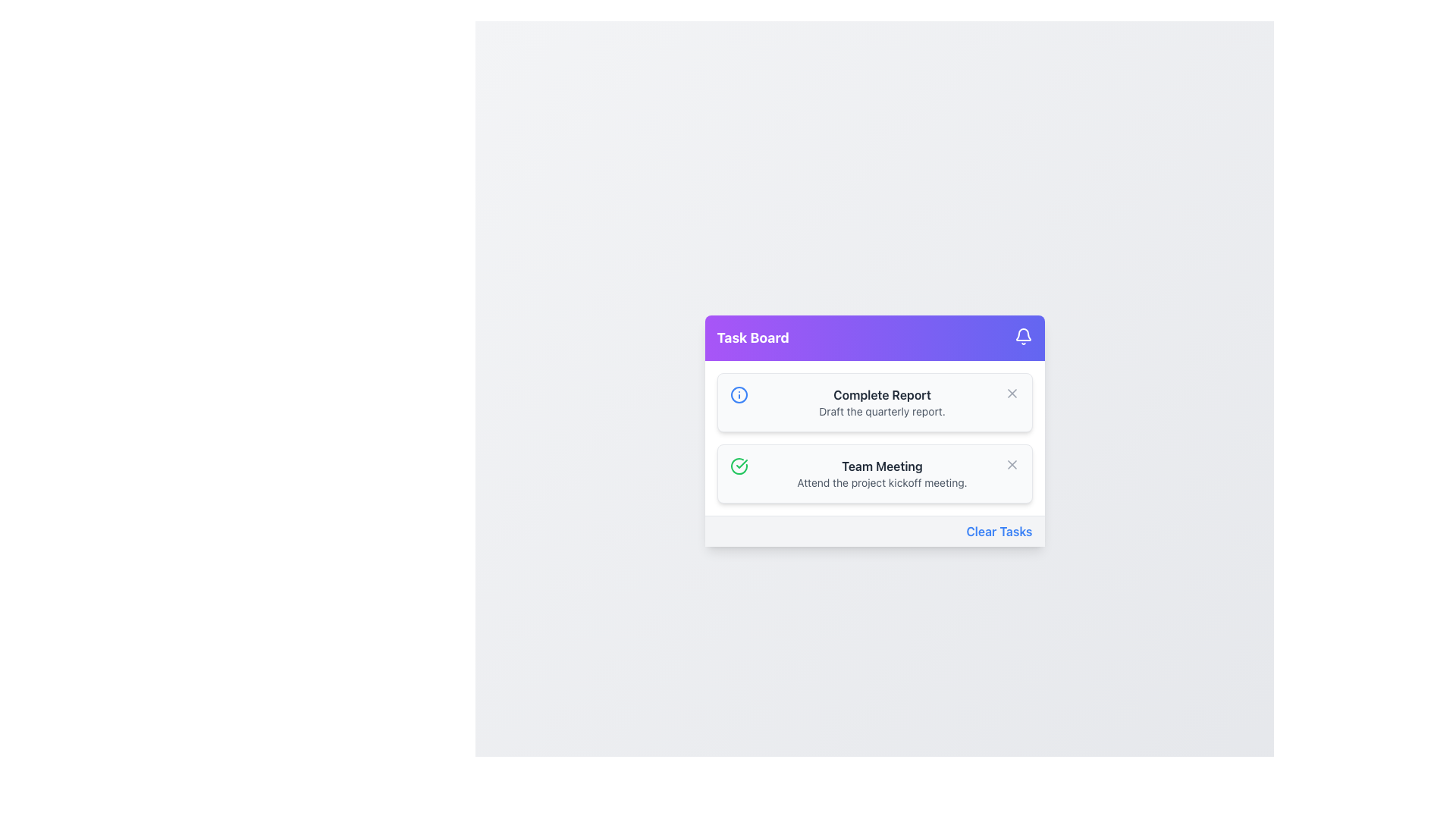 This screenshot has height=819, width=1456. What do you see at coordinates (882, 401) in the screenshot?
I see `the Text display block that summarizes a task in the task management system, positioned above the 'Team Meeting' item and adjacent to an icon and a close button` at bounding box center [882, 401].